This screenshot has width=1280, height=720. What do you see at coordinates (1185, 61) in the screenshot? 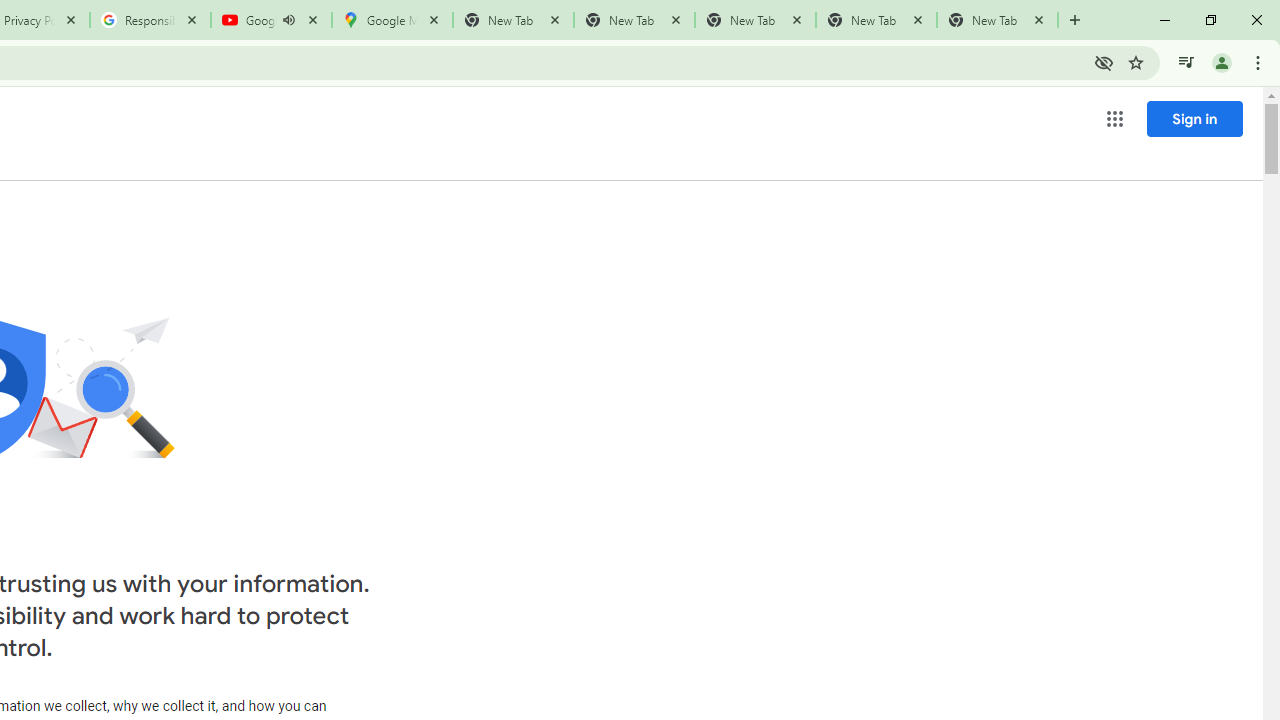
I see `'Control your music, videos, and more'` at bounding box center [1185, 61].